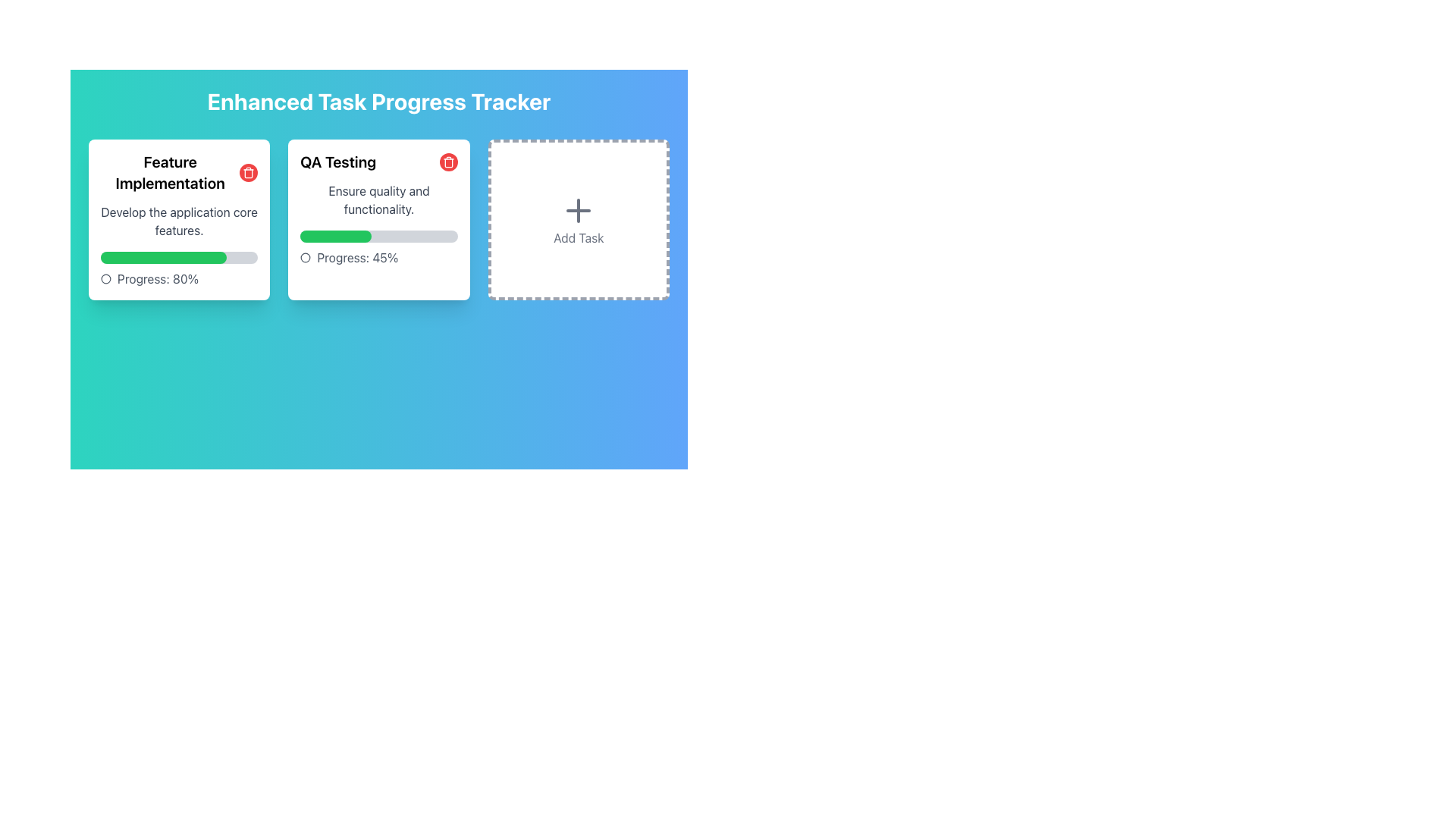  I want to click on the surrounding area of the 'Progress: 45%' text element, which is located at the bottom of the 'QA Testing' task card and includes a small circular icon on the left, so click(378, 256).